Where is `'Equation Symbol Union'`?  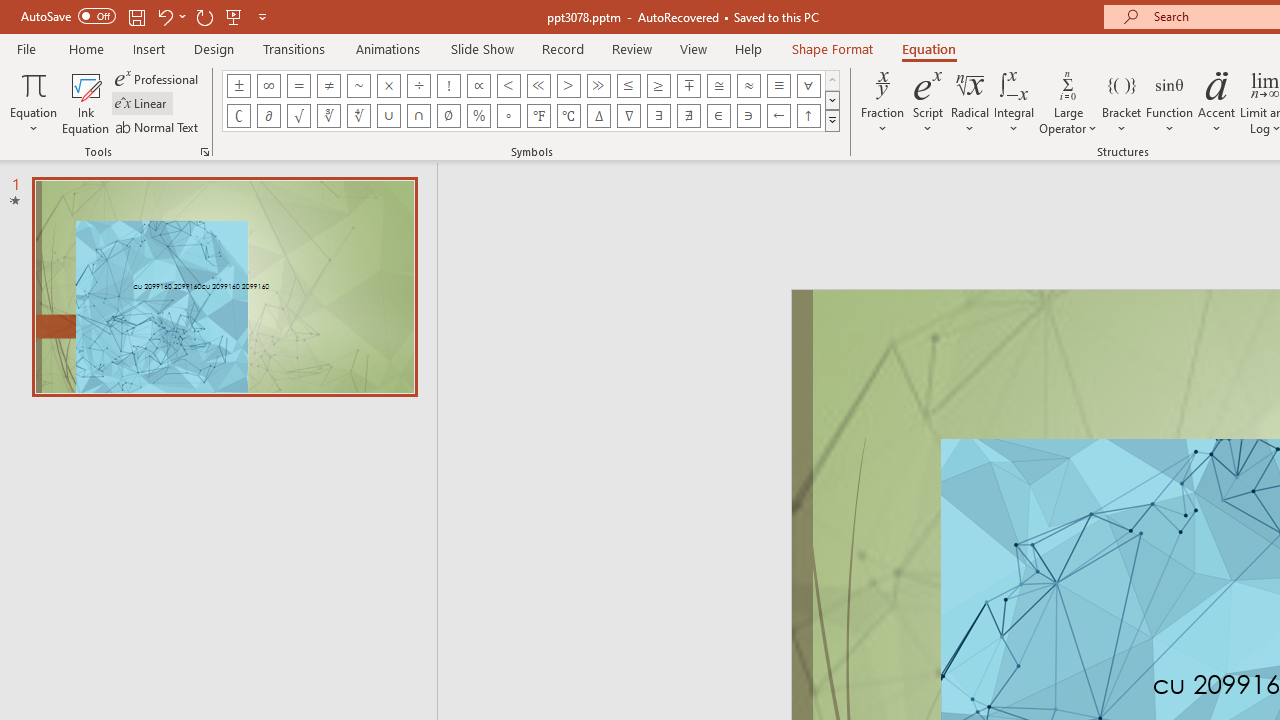
'Equation Symbol Union' is located at coordinates (389, 115).